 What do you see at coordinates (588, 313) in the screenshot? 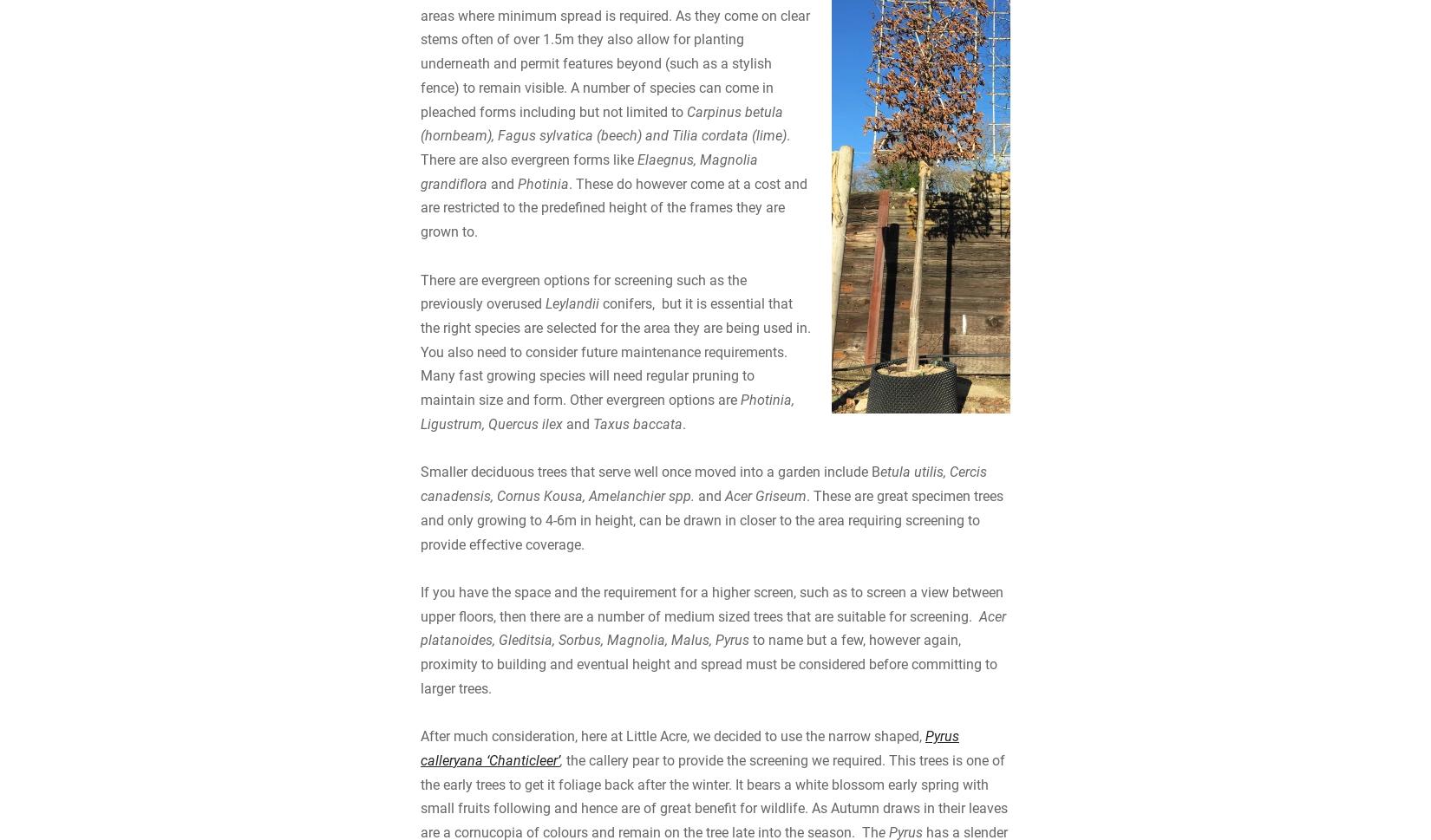
I see `'Elaegnus, Magnolia grandiflora'` at bounding box center [588, 313].